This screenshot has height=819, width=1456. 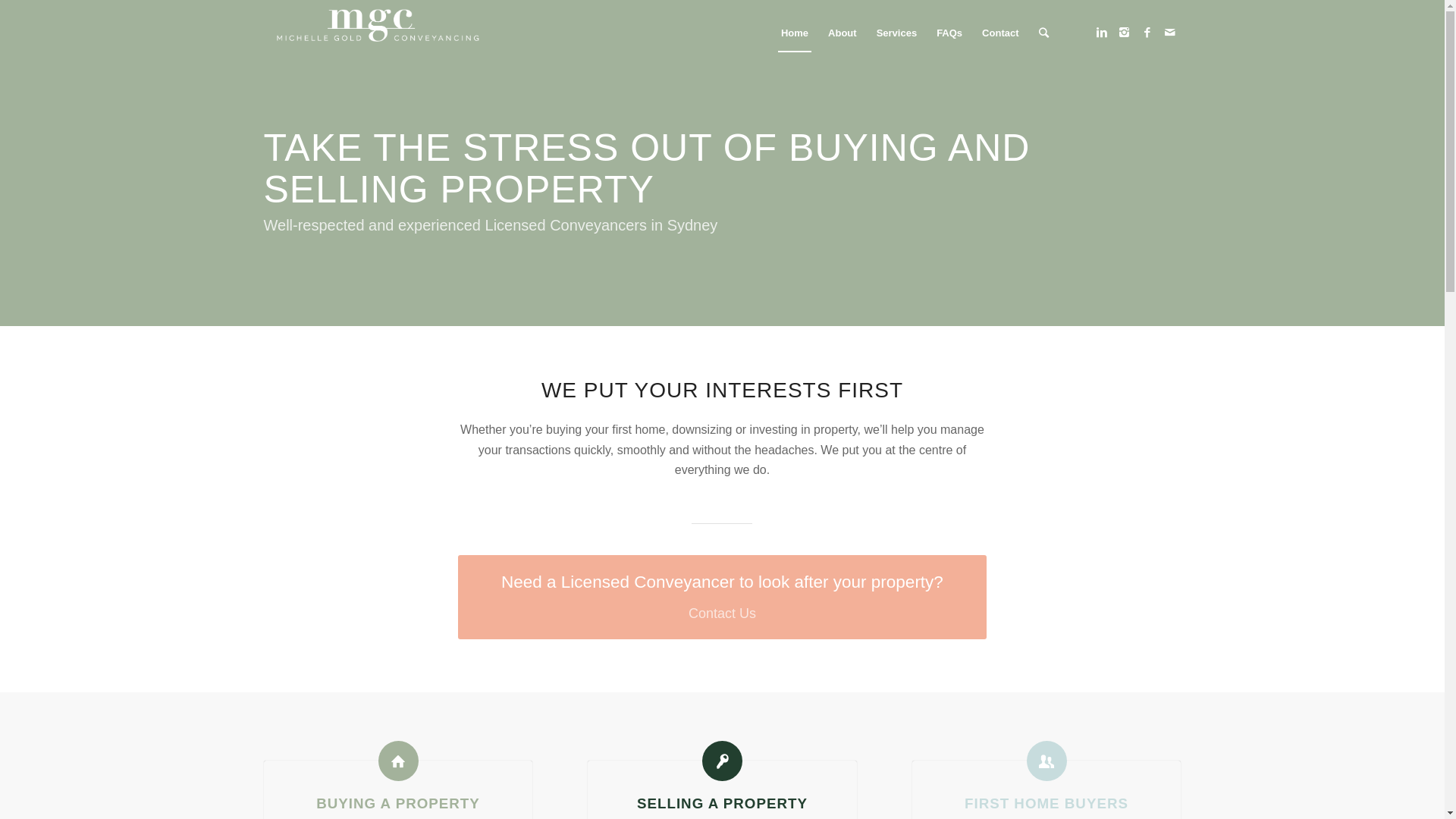 What do you see at coordinates (721, 802) in the screenshot?
I see `'SELLING A PROPERTY'` at bounding box center [721, 802].